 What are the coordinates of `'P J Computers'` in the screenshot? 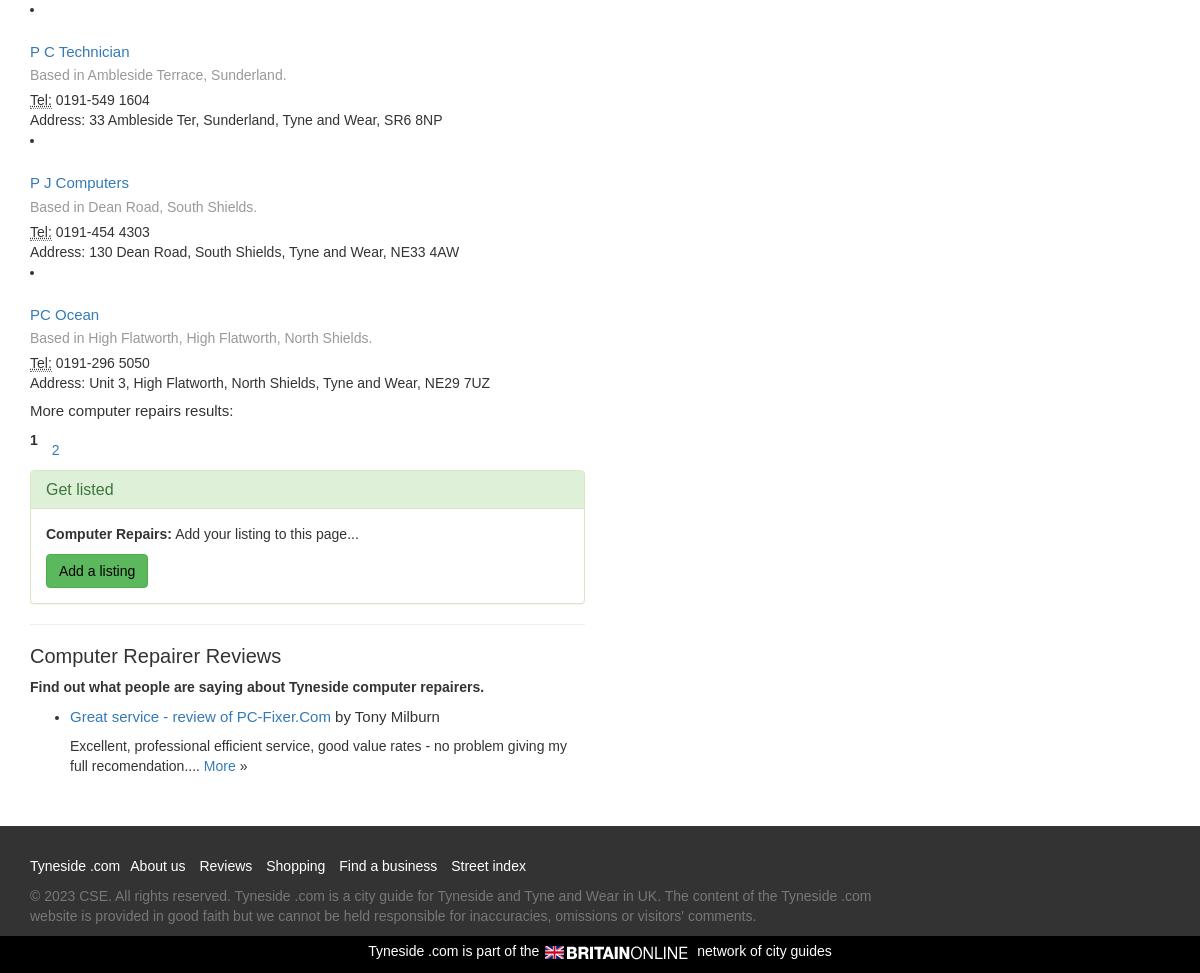 It's located at (78, 182).